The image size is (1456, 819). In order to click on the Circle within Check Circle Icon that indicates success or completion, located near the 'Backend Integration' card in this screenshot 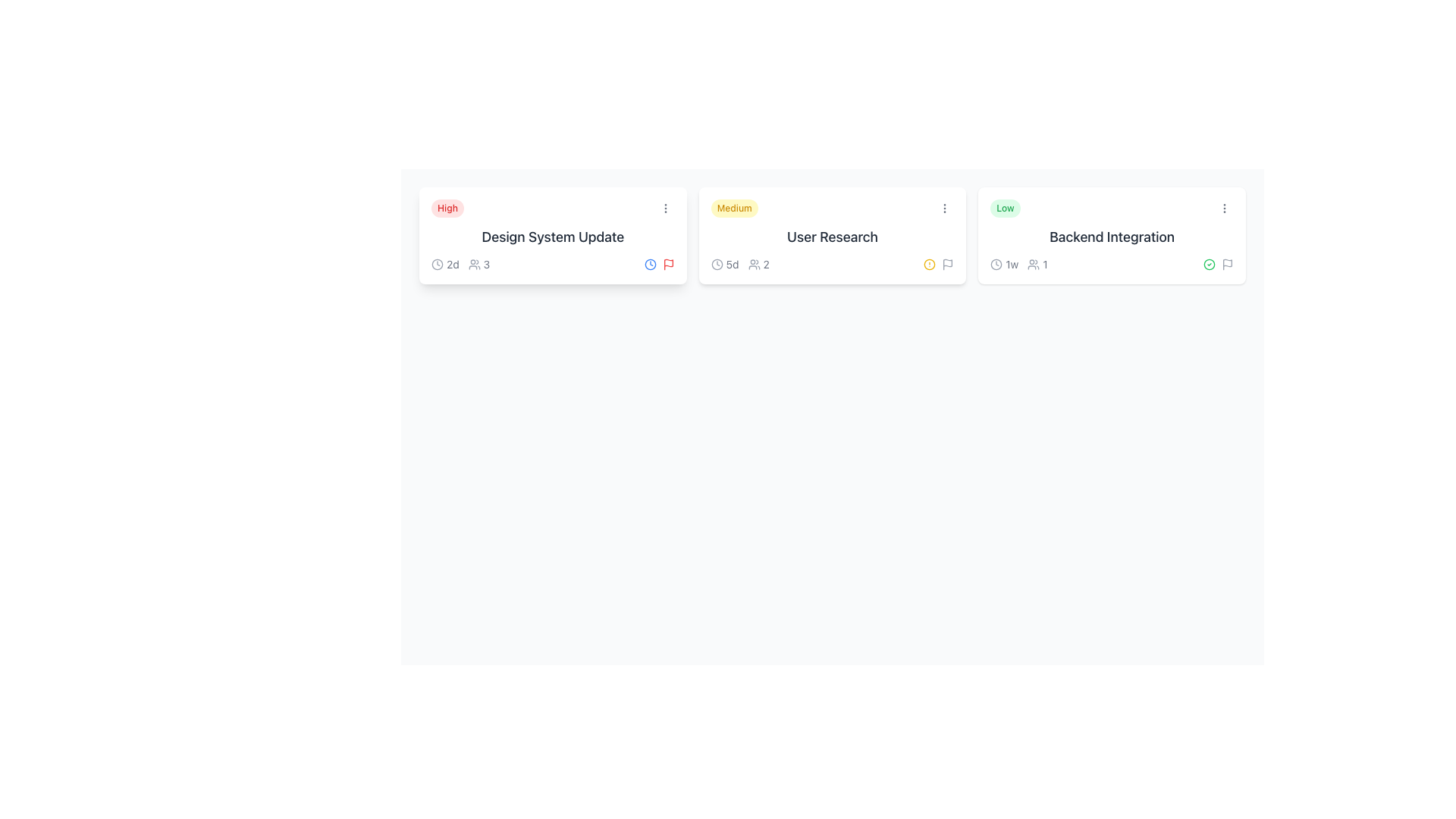, I will do `click(1208, 263)`.